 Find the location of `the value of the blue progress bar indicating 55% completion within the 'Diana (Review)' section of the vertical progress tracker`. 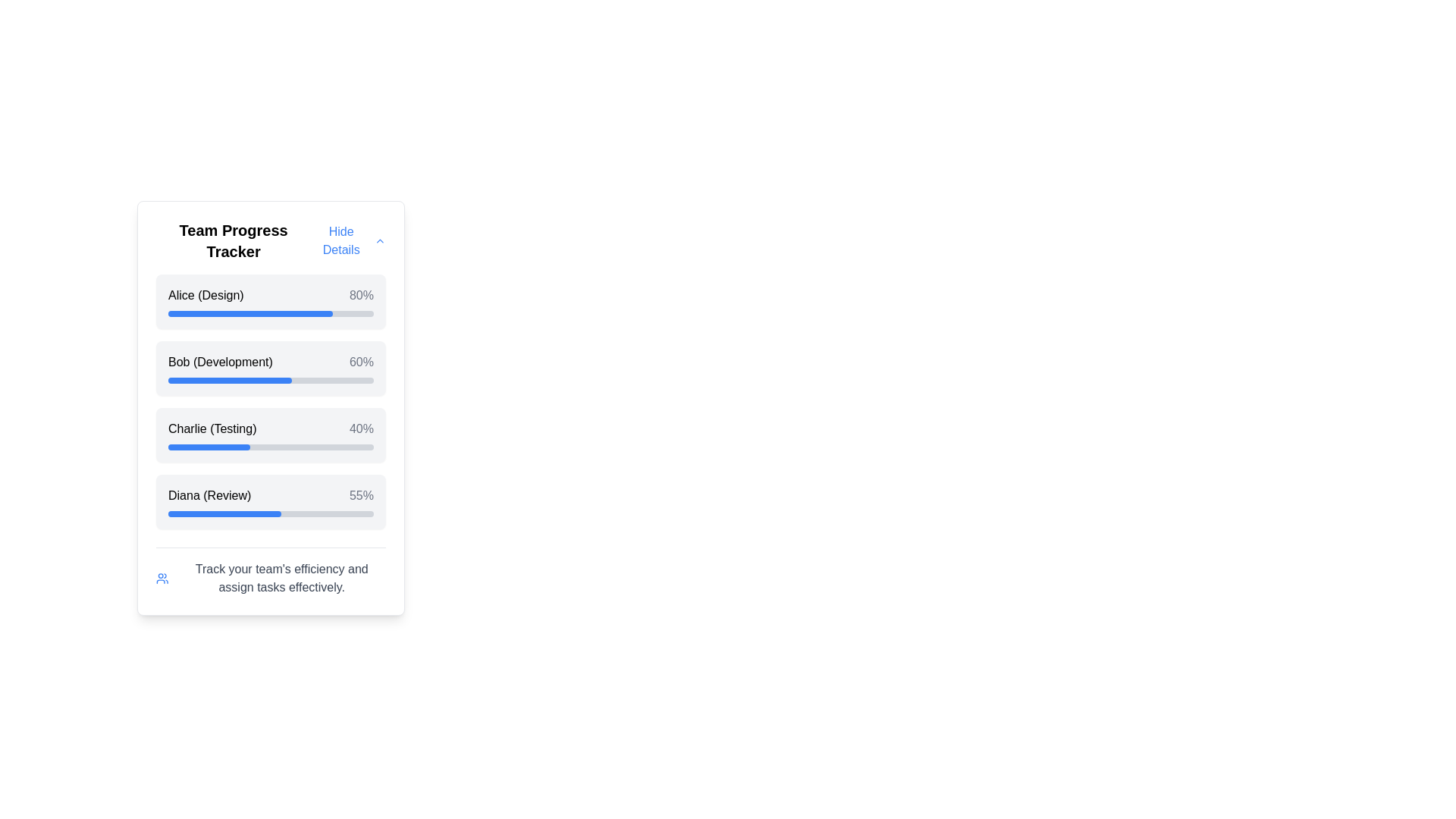

the value of the blue progress bar indicating 55% completion within the 'Diana (Review)' section of the vertical progress tracker is located at coordinates (224, 513).